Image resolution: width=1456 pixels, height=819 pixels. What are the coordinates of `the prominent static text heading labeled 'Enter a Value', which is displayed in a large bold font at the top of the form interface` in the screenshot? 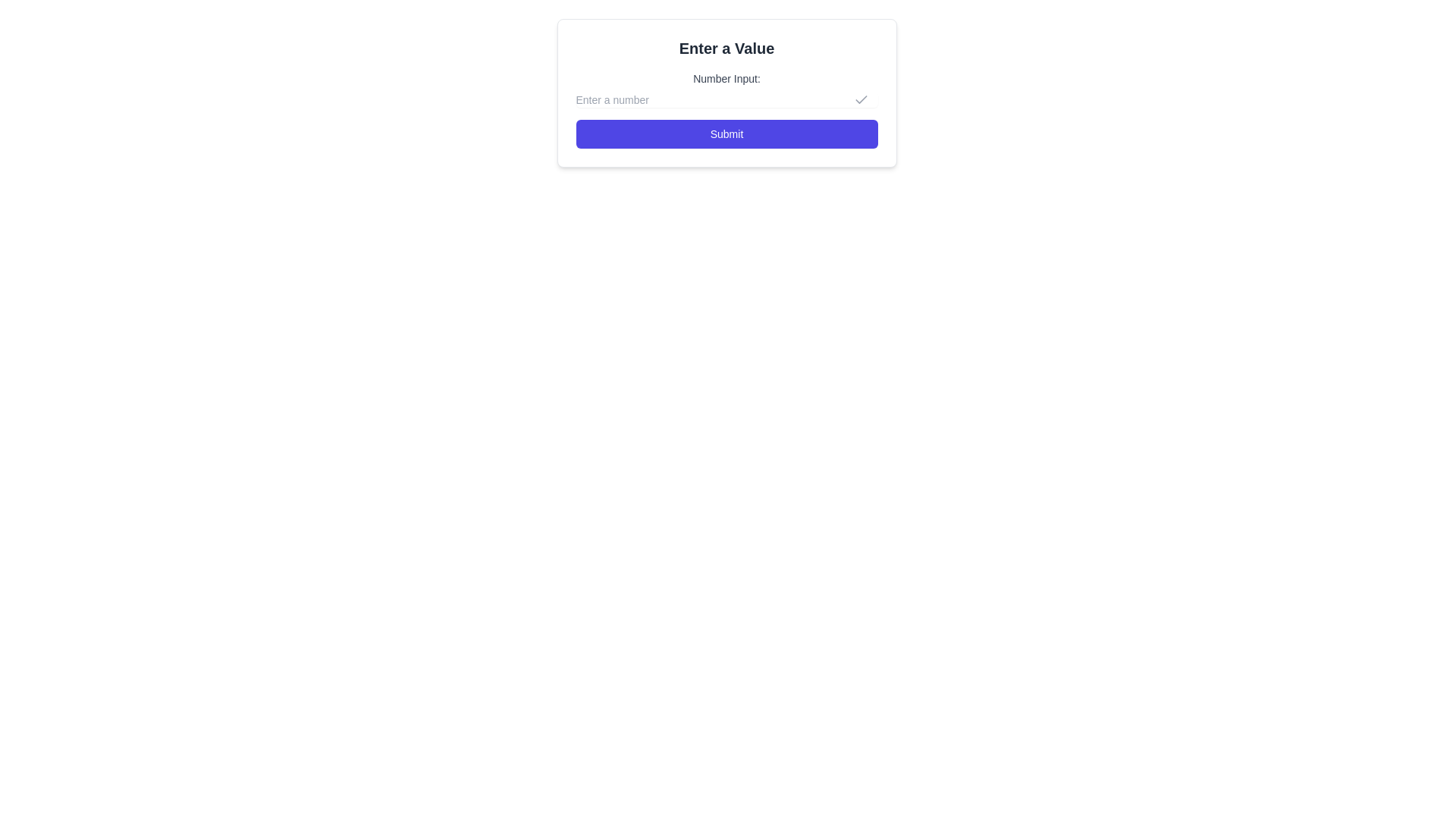 It's located at (726, 48).